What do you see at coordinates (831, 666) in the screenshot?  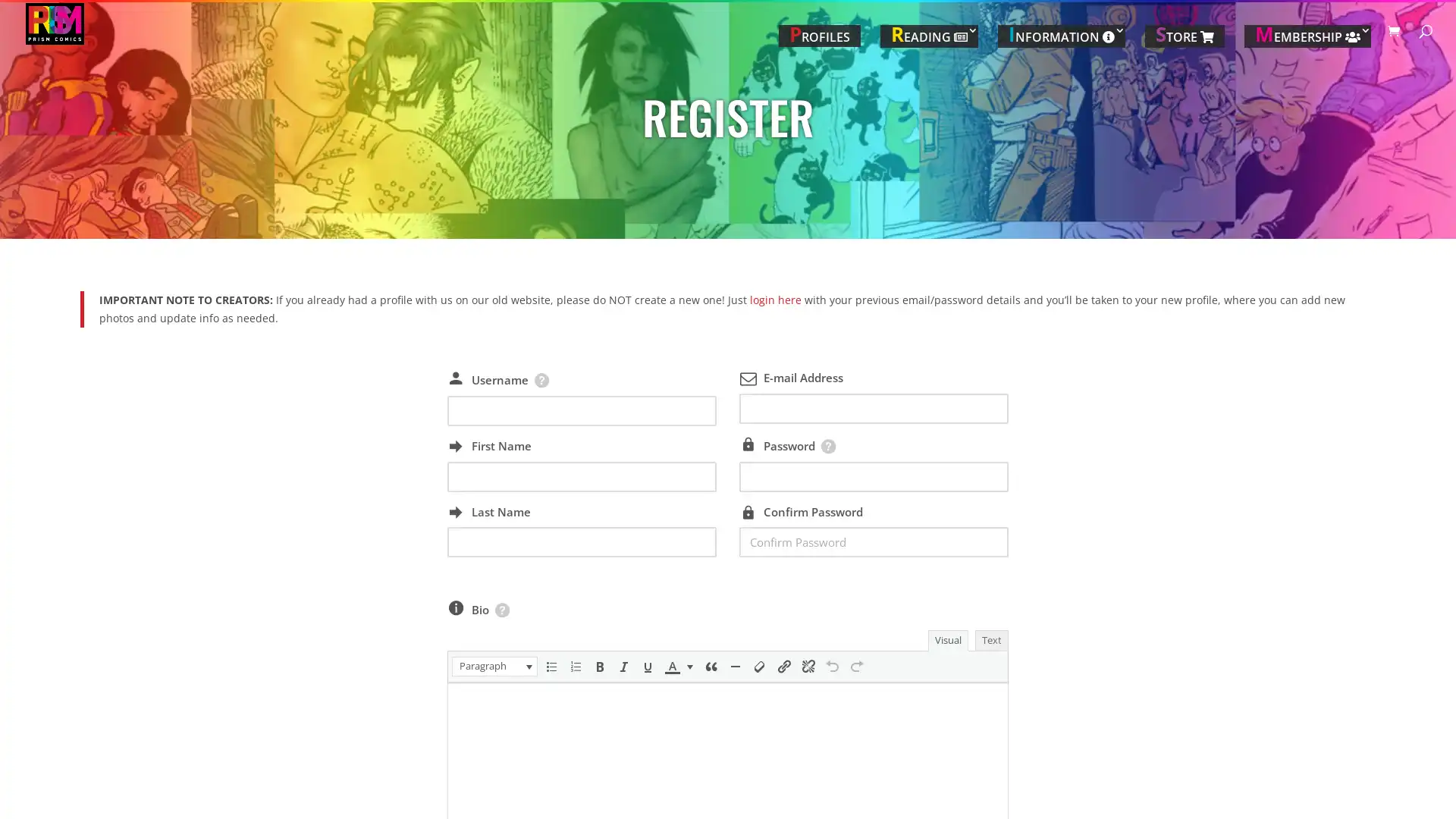 I see `Undo (Z)` at bounding box center [831, 666].